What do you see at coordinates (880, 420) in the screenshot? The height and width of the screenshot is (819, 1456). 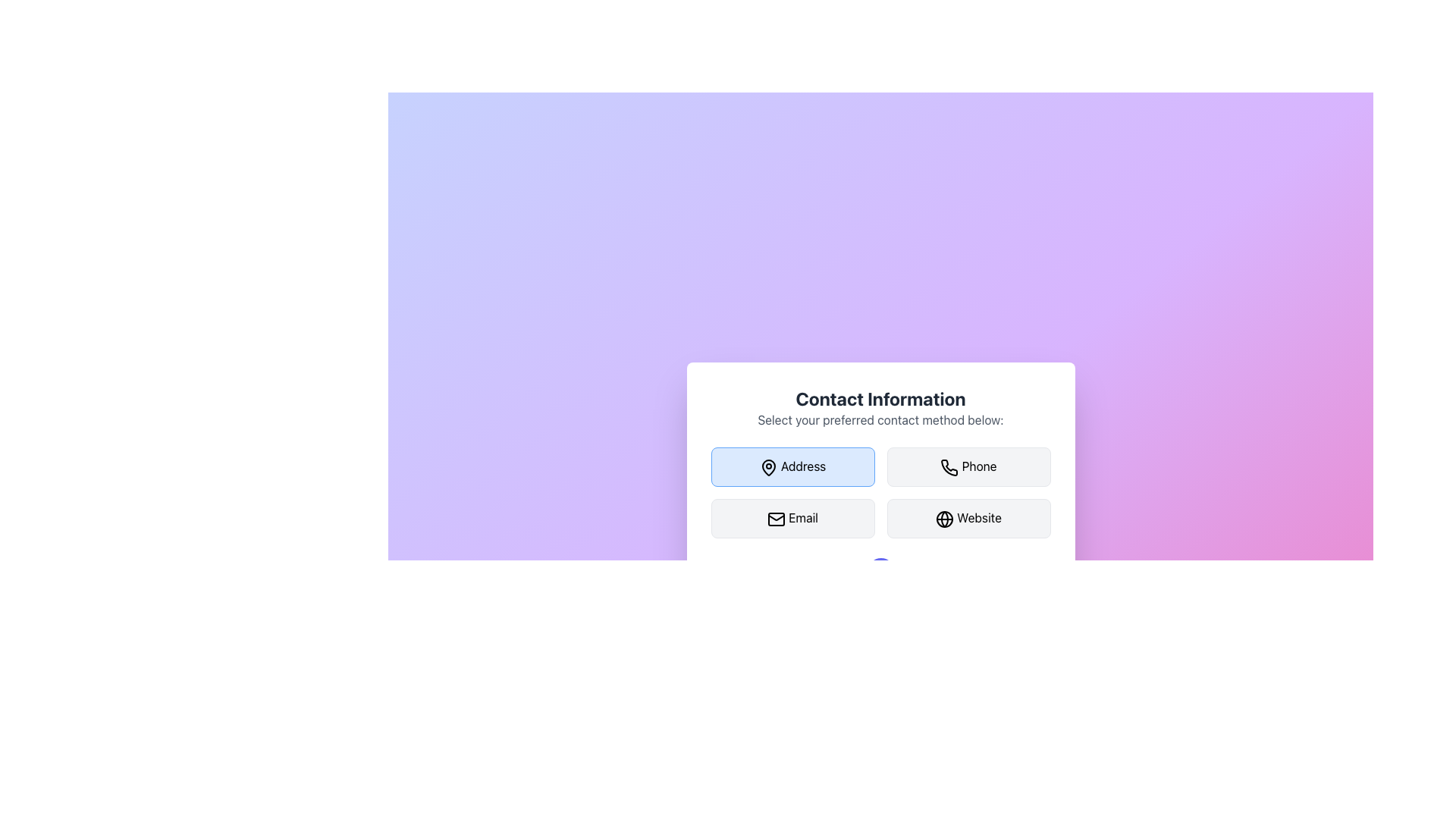 I see `the text label that instructs users to choose a contact method, located below the 'Contact Information' title` at bounding box center [880, 420].